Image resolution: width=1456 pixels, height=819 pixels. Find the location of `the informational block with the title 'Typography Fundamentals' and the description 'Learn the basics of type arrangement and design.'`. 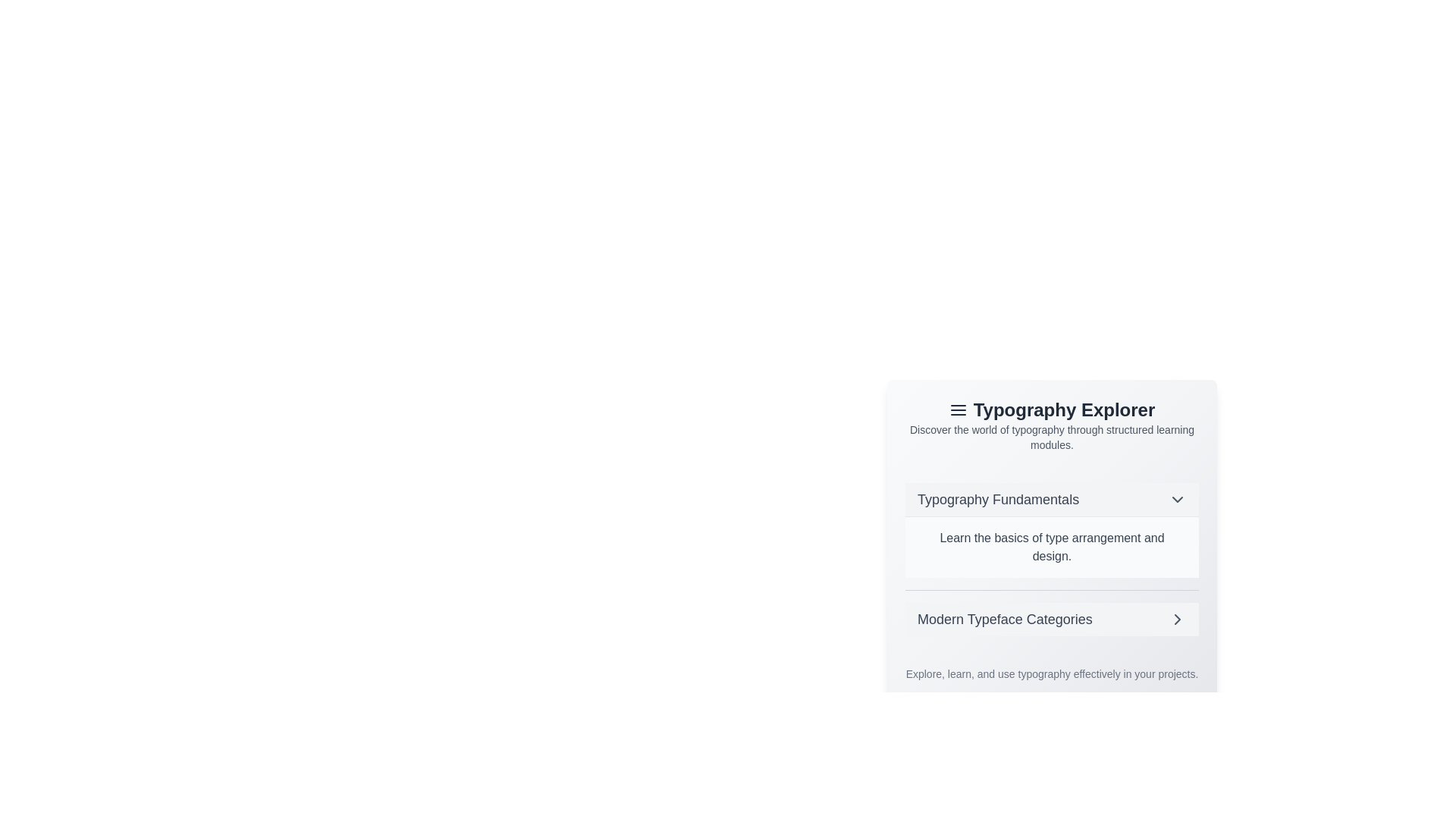

the informational block with the title 'Typography Fundamentals' and the description 'Learn the basics of type arrangement and design.' is located at coordinates (1051, 529).